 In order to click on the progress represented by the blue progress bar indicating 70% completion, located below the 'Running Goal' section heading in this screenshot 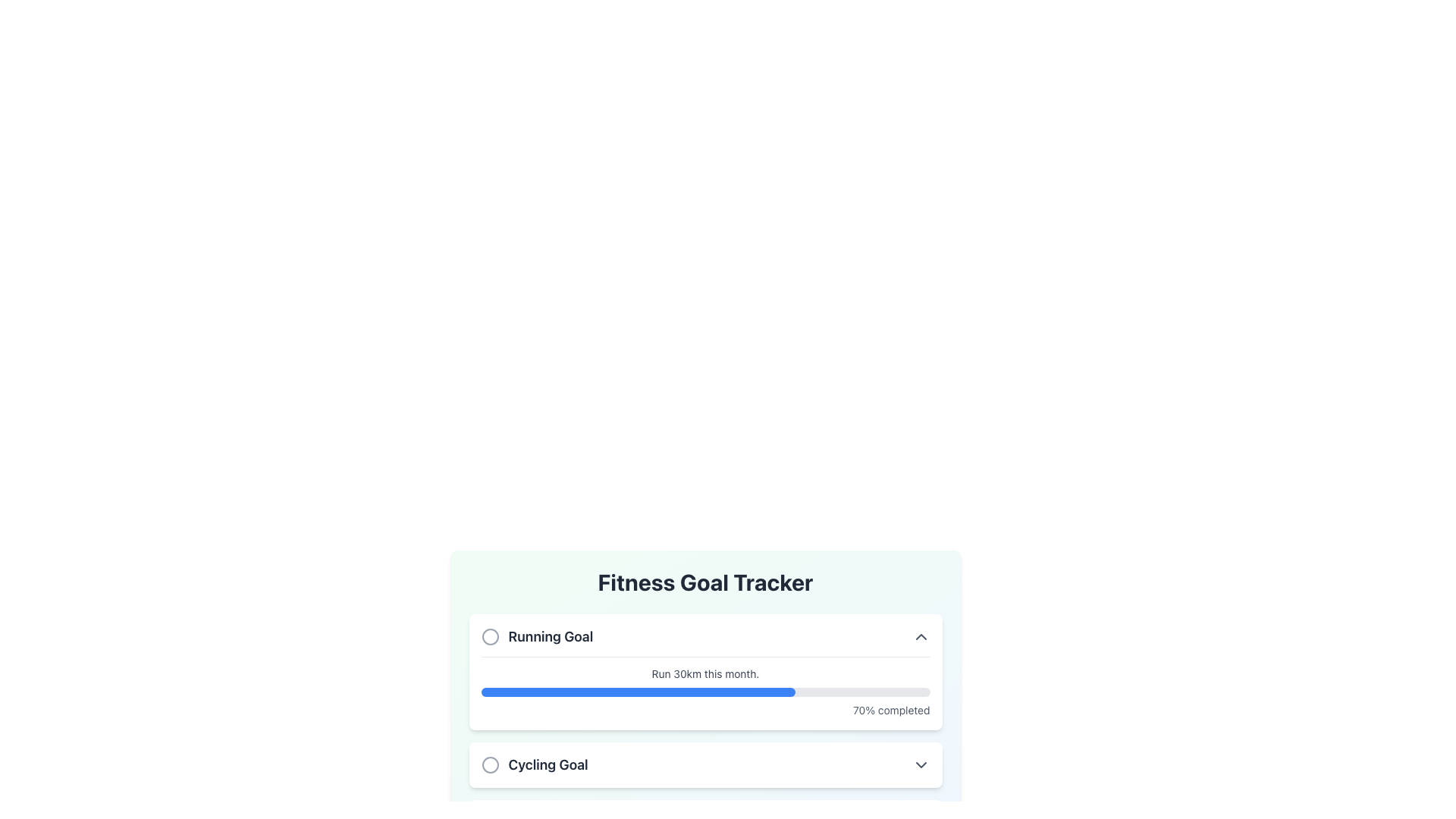, I will do `click(638, 692)`.